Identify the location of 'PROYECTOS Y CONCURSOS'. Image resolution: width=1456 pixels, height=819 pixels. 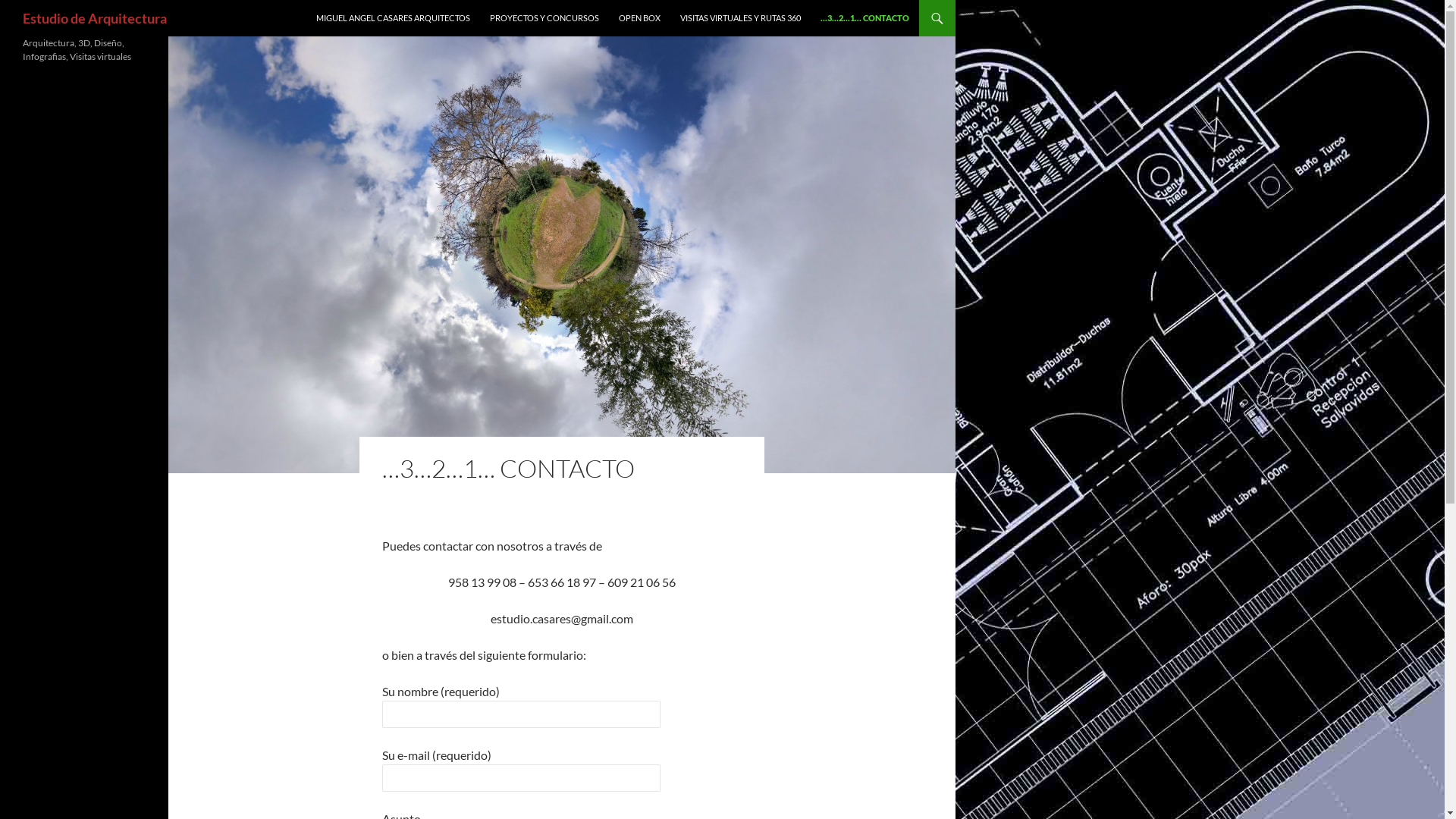
(479, 17).